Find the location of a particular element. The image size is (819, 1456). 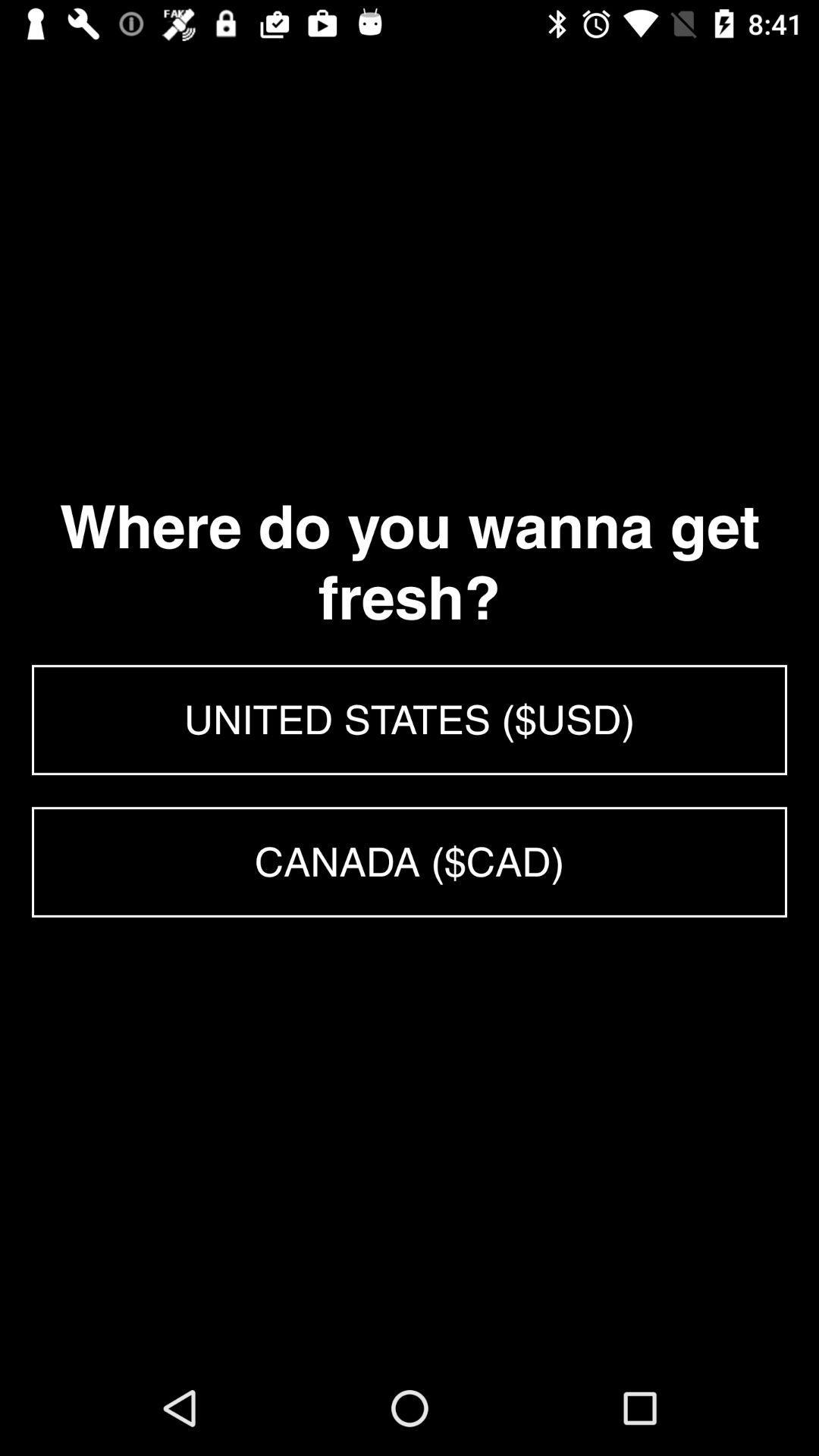

icon below the united states ($usd) is located at coordinates (409, 862).